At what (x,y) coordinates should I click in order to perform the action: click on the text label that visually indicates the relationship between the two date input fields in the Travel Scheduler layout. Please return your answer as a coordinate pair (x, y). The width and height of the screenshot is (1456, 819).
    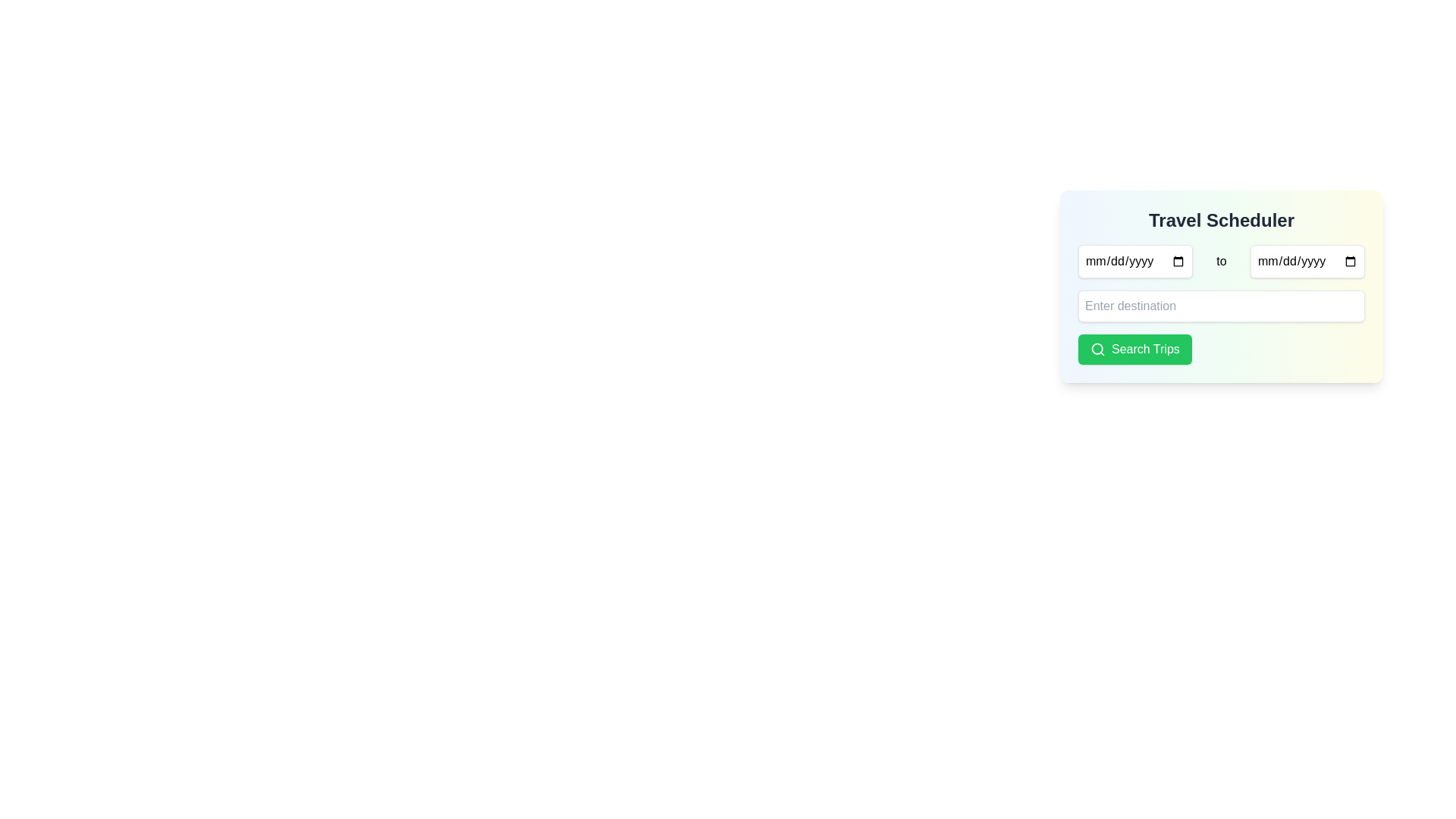
    Looking at the image, I should click on (1222, 260).